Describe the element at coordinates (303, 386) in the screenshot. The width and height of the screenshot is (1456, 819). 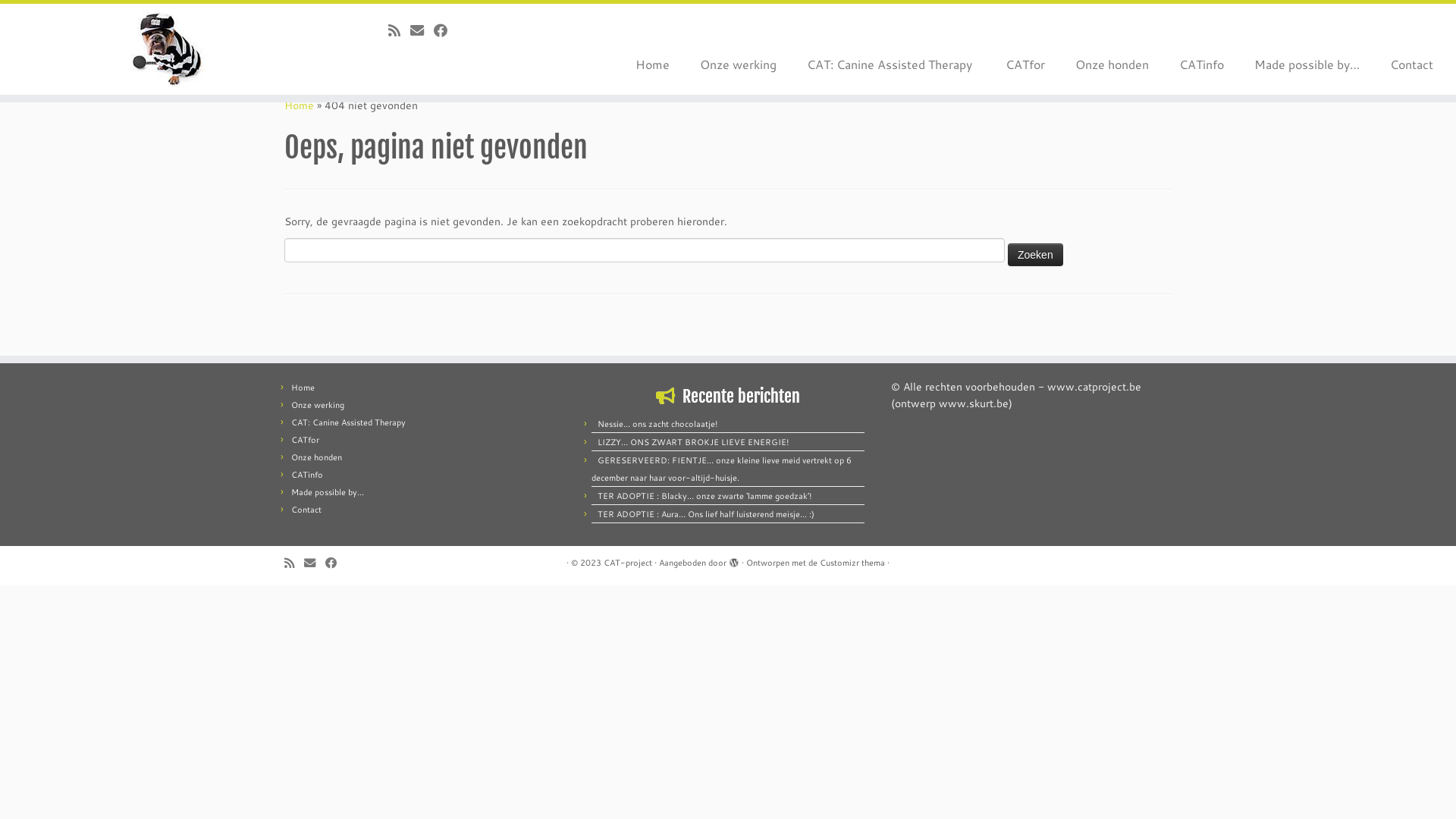
I see `'Home'` at that location.